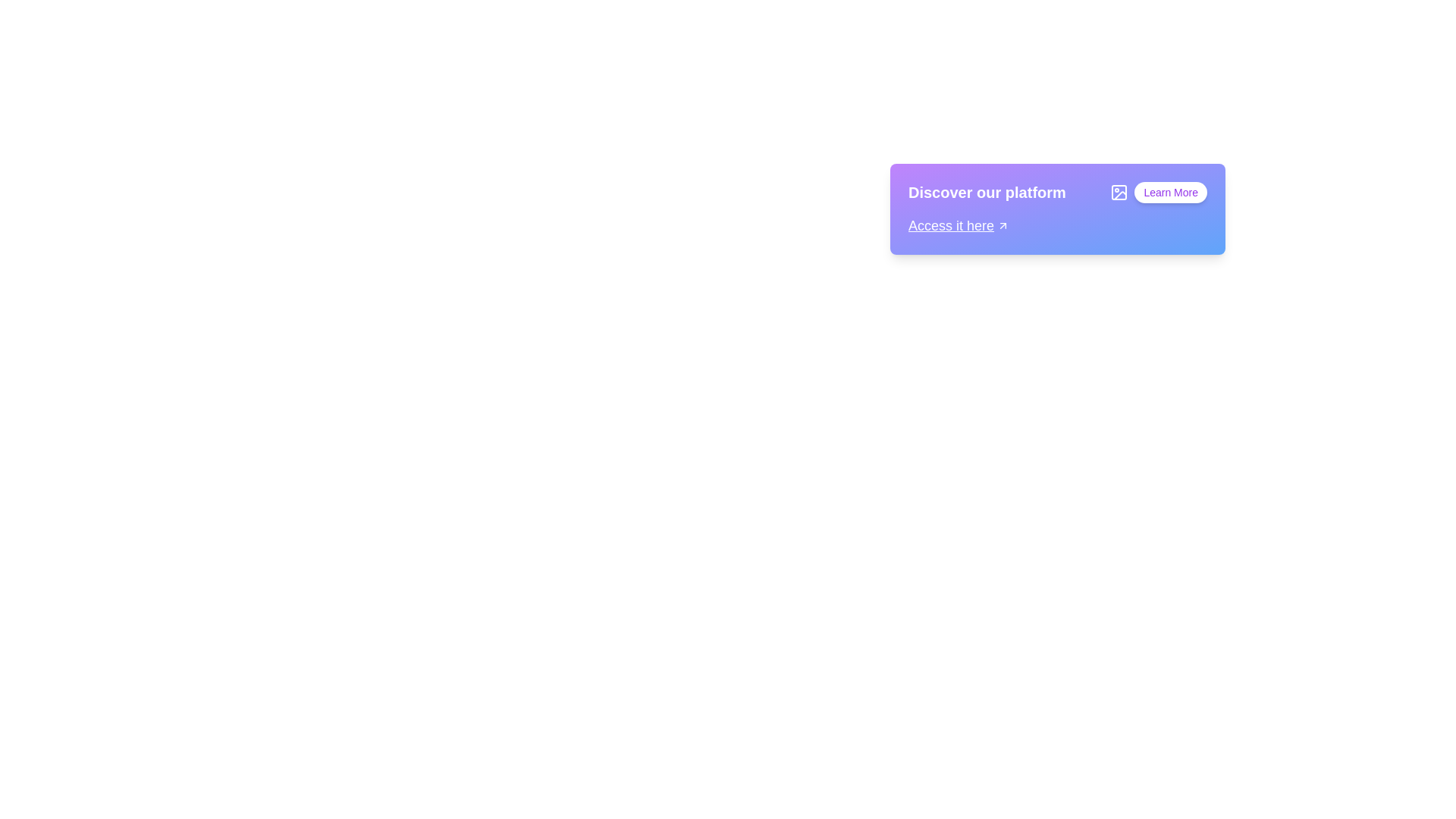 This screenshot has width=1456, height=819. I want to click on the decorative icon that represents image-related content, which is positioned to the left of the 'Learn More' button, so click(1119, 192).